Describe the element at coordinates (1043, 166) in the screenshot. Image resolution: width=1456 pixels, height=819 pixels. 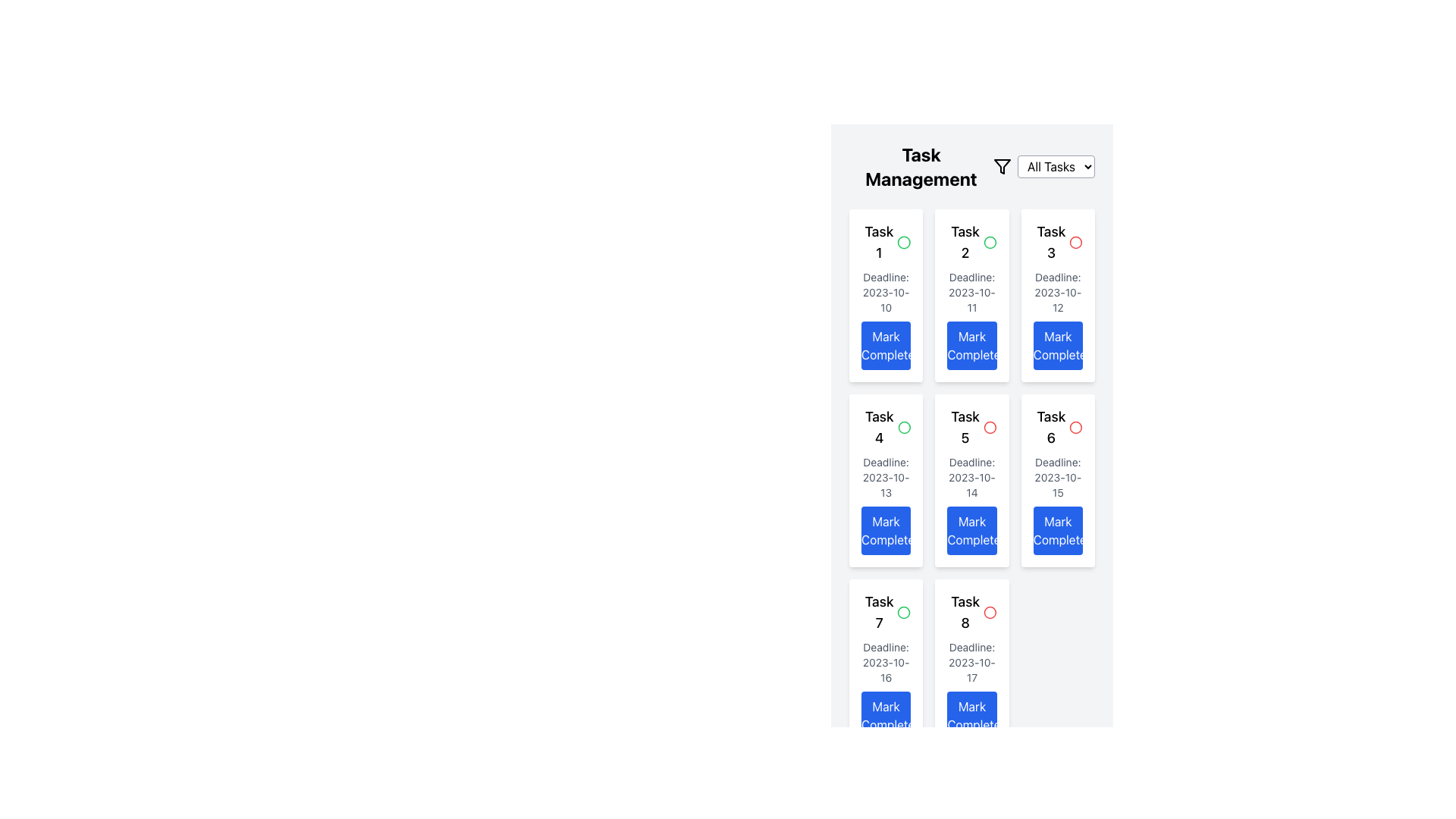
I see `the Dropdown menu located` at that location.